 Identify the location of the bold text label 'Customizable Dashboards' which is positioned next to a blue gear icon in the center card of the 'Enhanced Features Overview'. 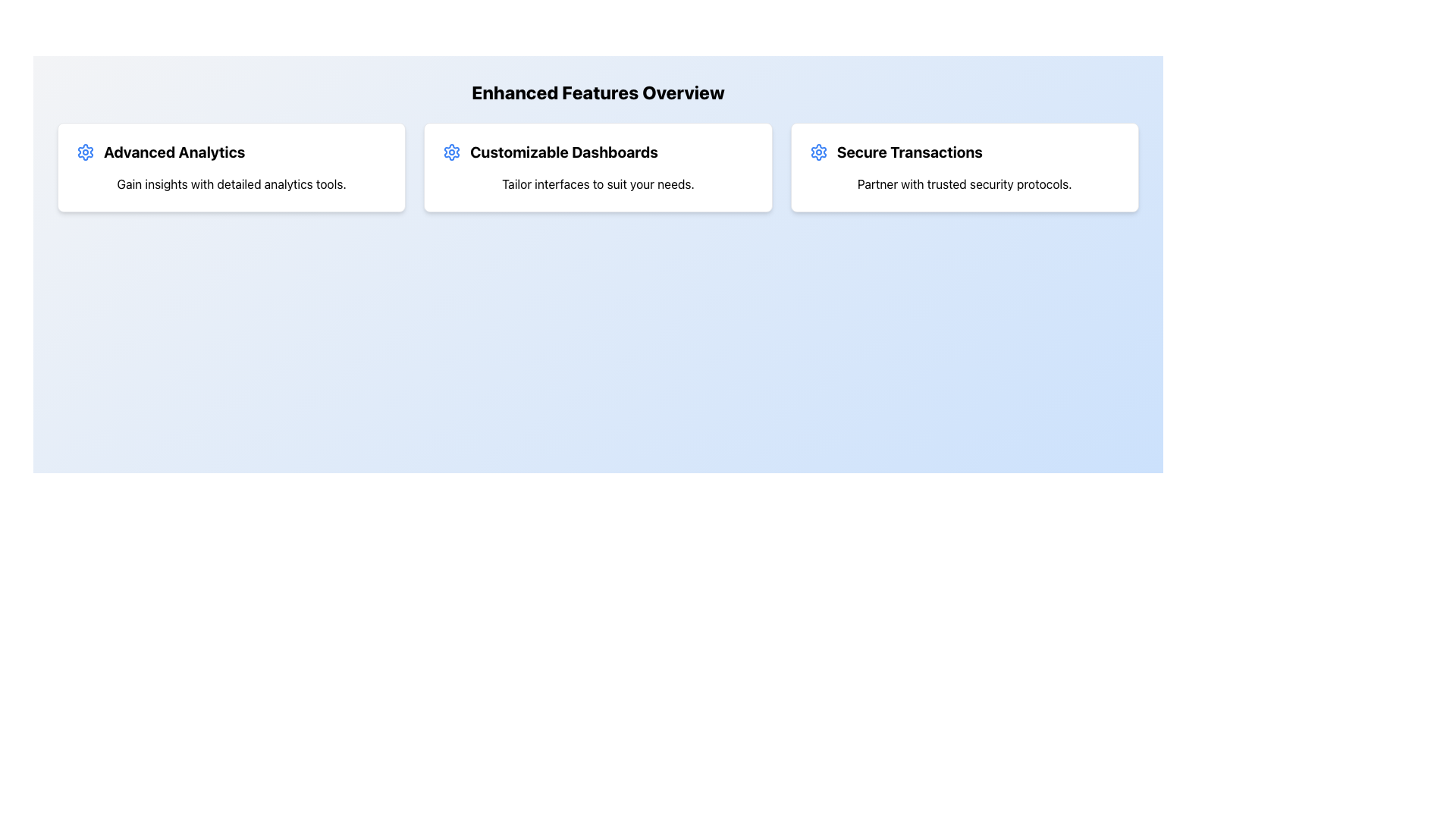
(597, 152).